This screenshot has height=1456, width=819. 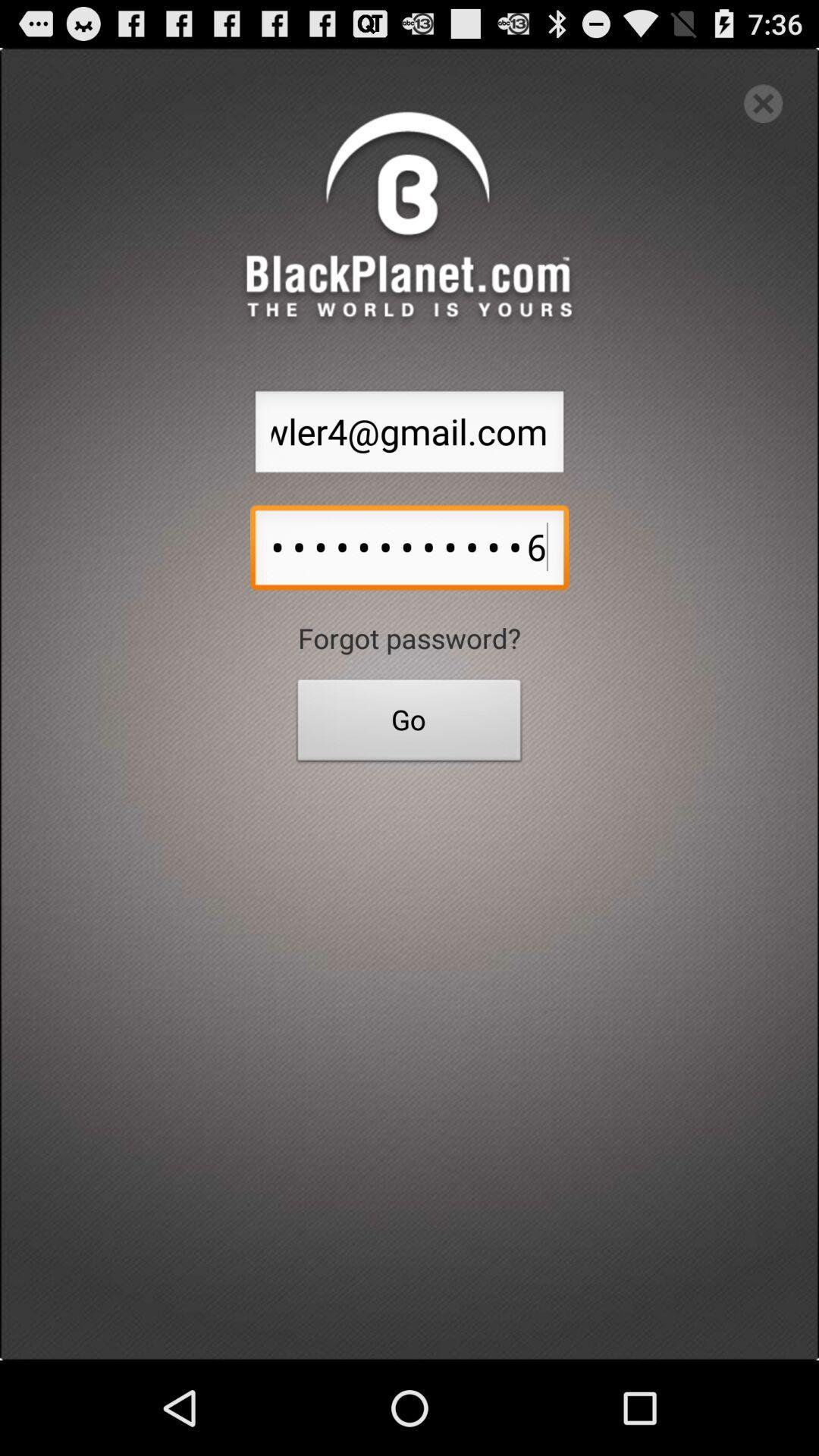 What do you see at coordinates (763, 110) in the screenshot?
I see `the close icon` at bounding box center [763, 110].